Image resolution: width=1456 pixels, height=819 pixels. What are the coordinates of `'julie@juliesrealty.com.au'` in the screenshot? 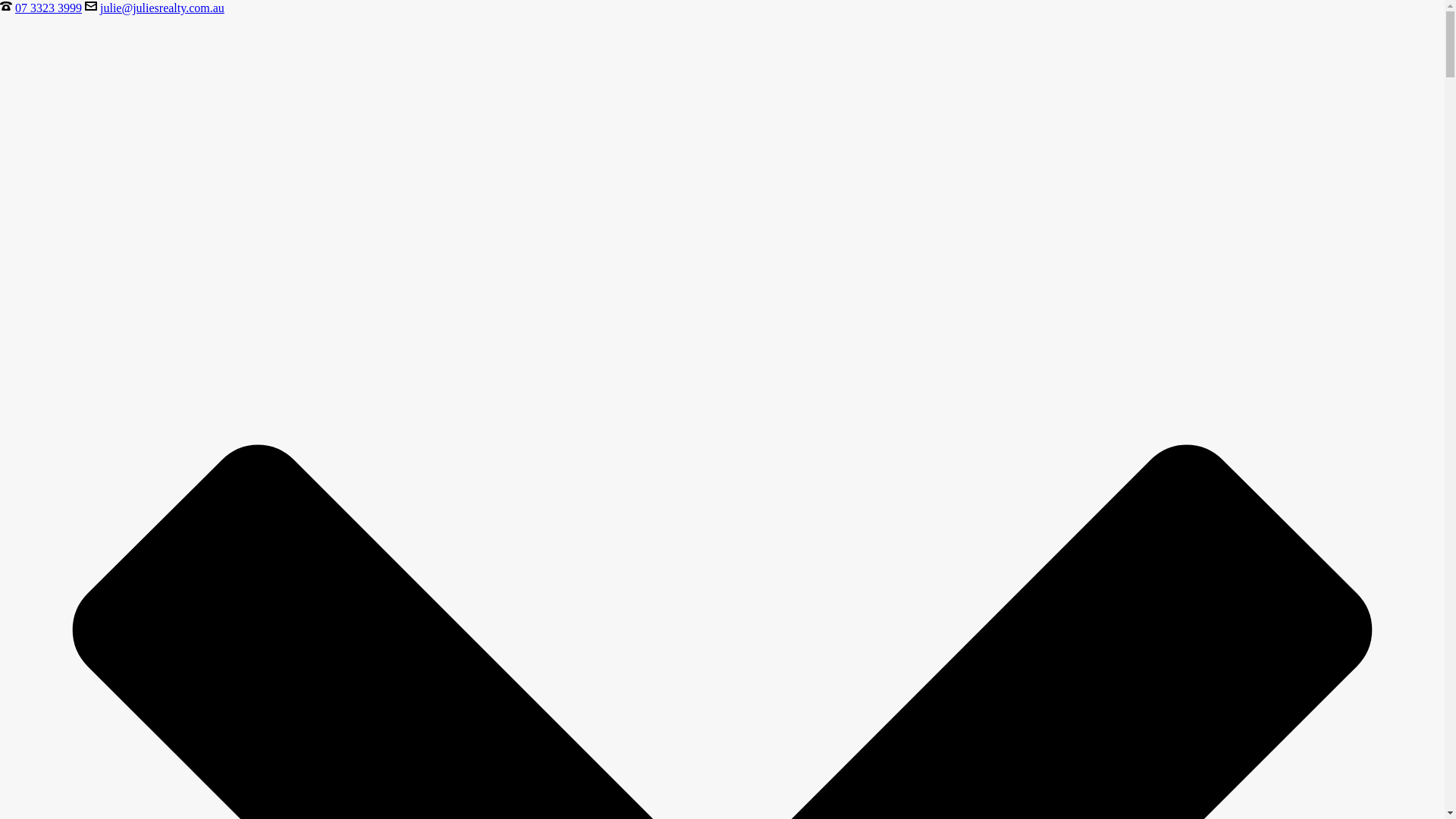 It's located at (99, 8).